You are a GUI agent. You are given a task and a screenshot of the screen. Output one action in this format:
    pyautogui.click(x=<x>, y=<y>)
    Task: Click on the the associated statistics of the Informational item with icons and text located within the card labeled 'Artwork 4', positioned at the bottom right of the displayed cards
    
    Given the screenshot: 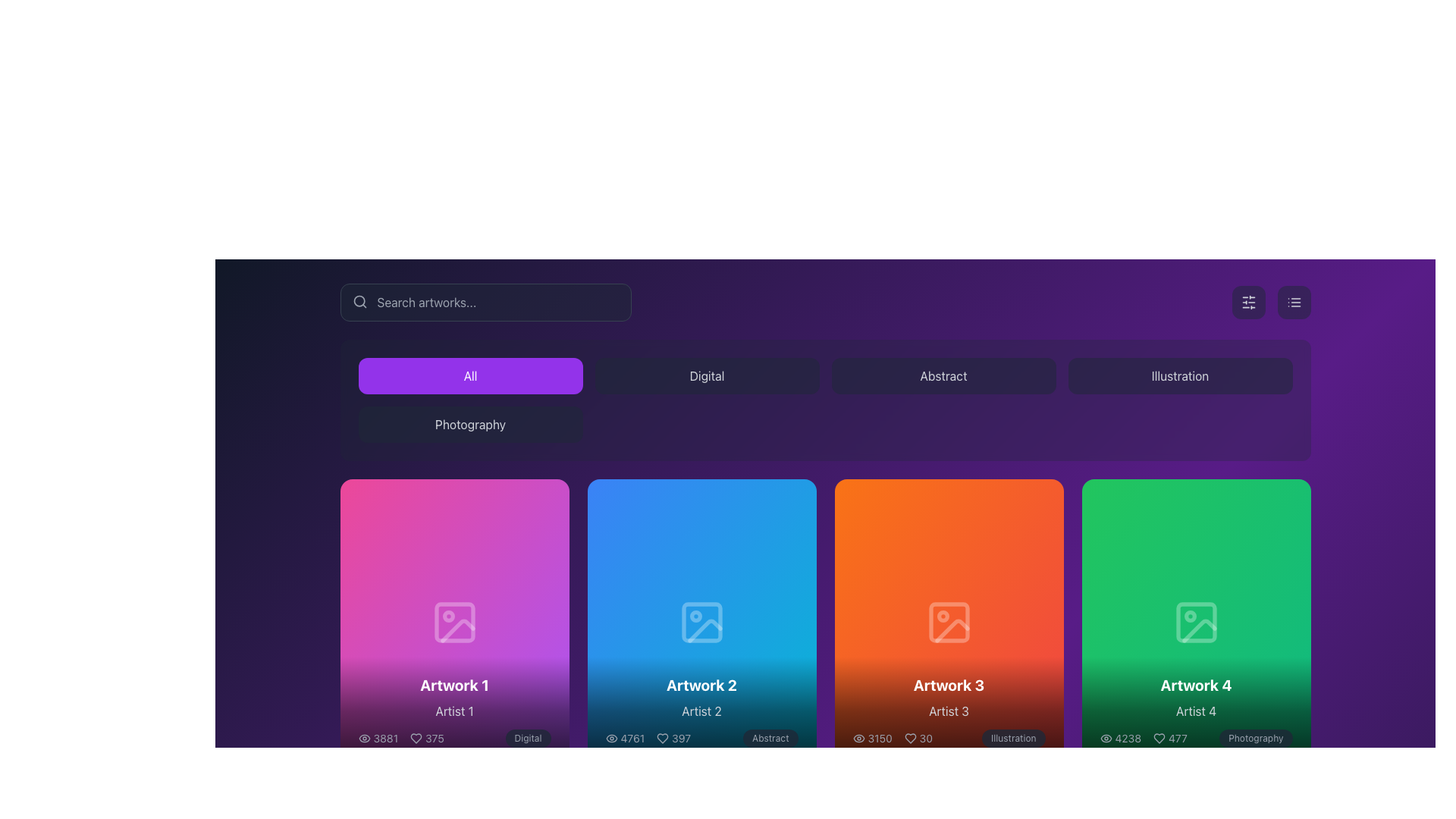 What is the action you would take?
    pyautogui.click(x=1143, y=736)
    